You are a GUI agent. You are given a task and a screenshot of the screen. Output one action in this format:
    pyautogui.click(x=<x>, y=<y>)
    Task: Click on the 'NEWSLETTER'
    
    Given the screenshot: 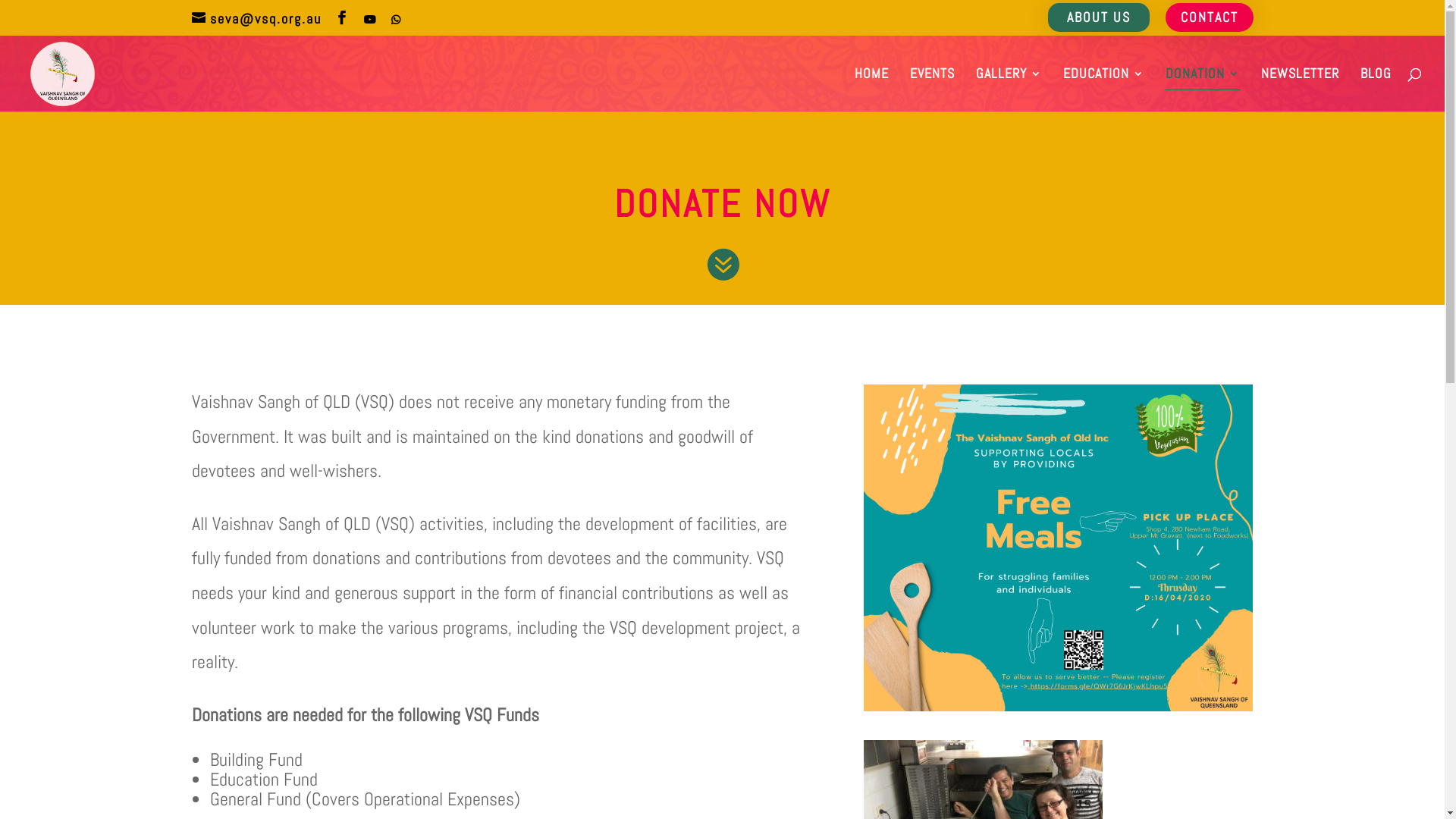 What is the action you would take?
    pyautogui.click(x=1299, y=89)
    